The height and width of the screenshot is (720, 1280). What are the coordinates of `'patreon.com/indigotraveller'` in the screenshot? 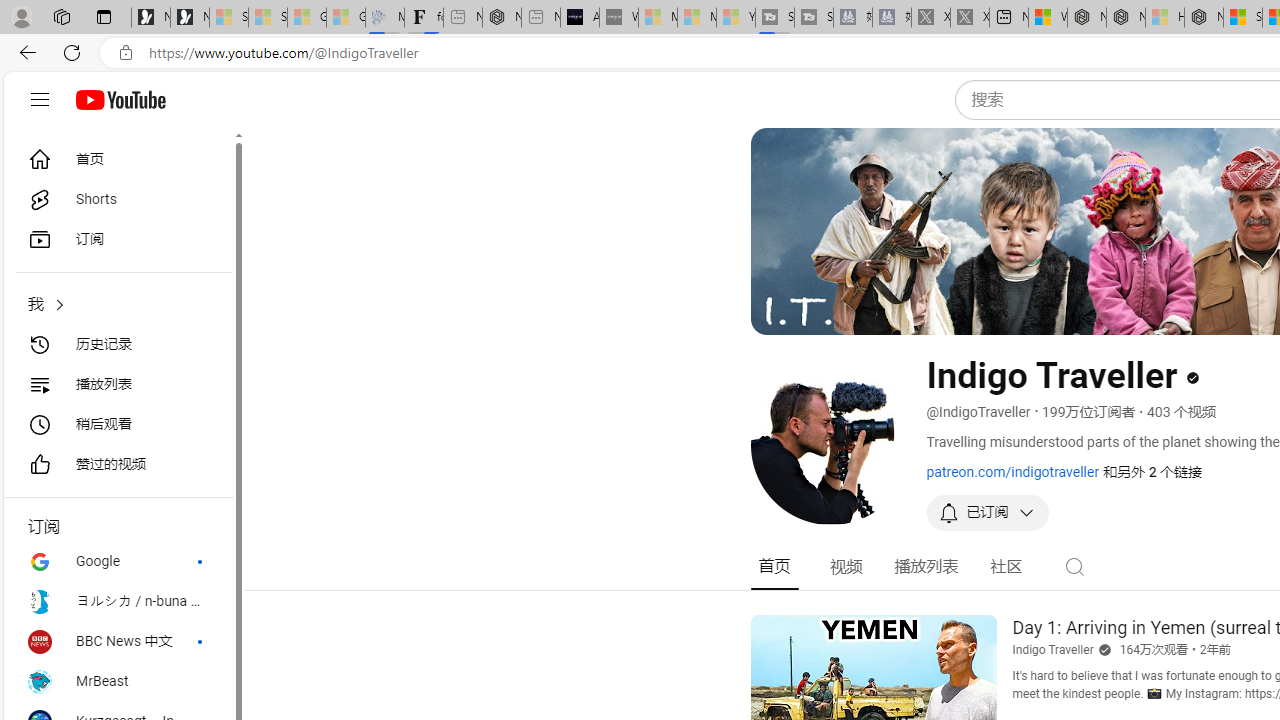 It's located at (1012, 471).